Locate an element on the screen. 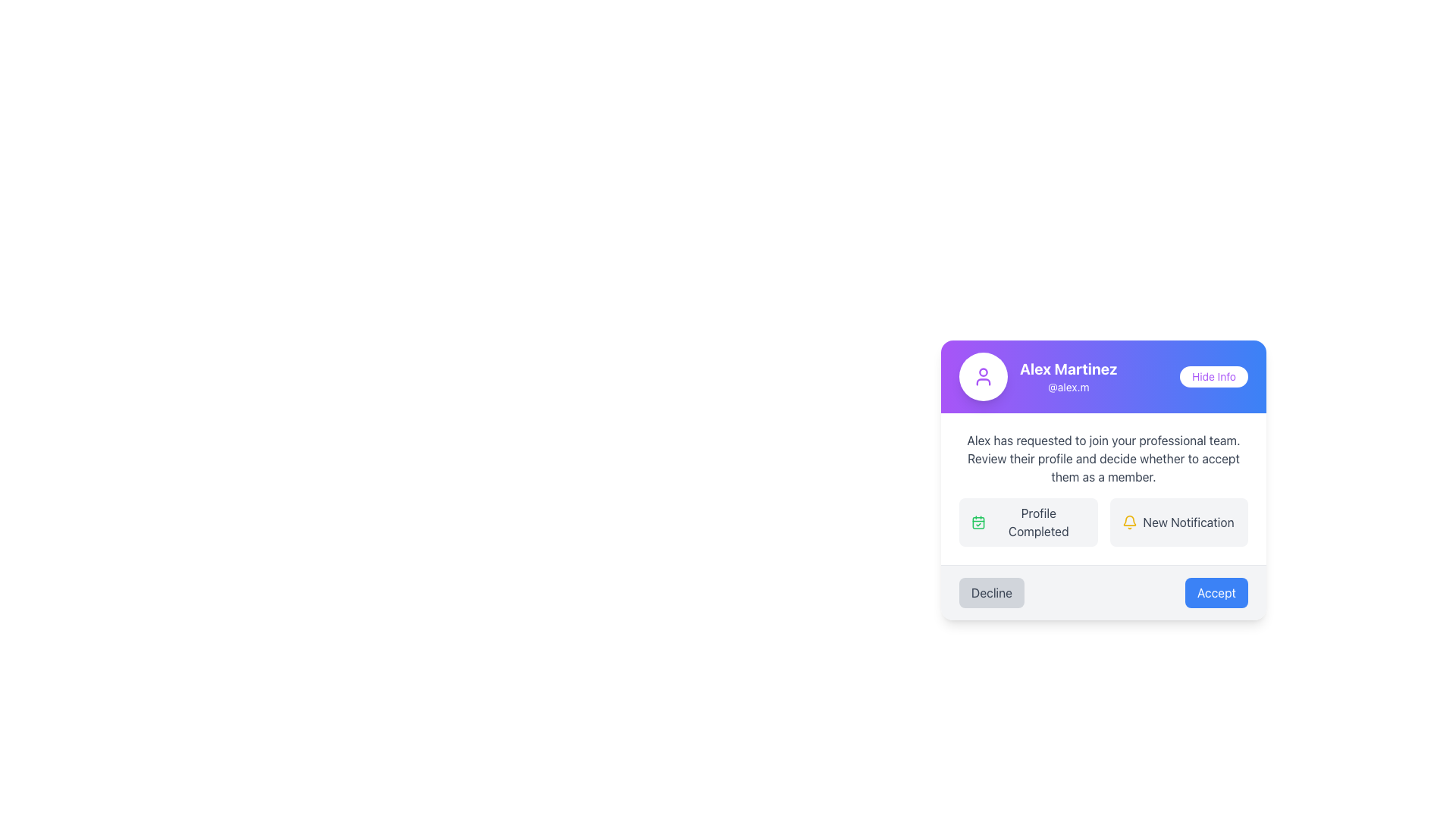 This screenshot has height=819, width=1456. the confirm button located at the bottom-right corner of the dialog interface is located at coordinates (1216, 592).